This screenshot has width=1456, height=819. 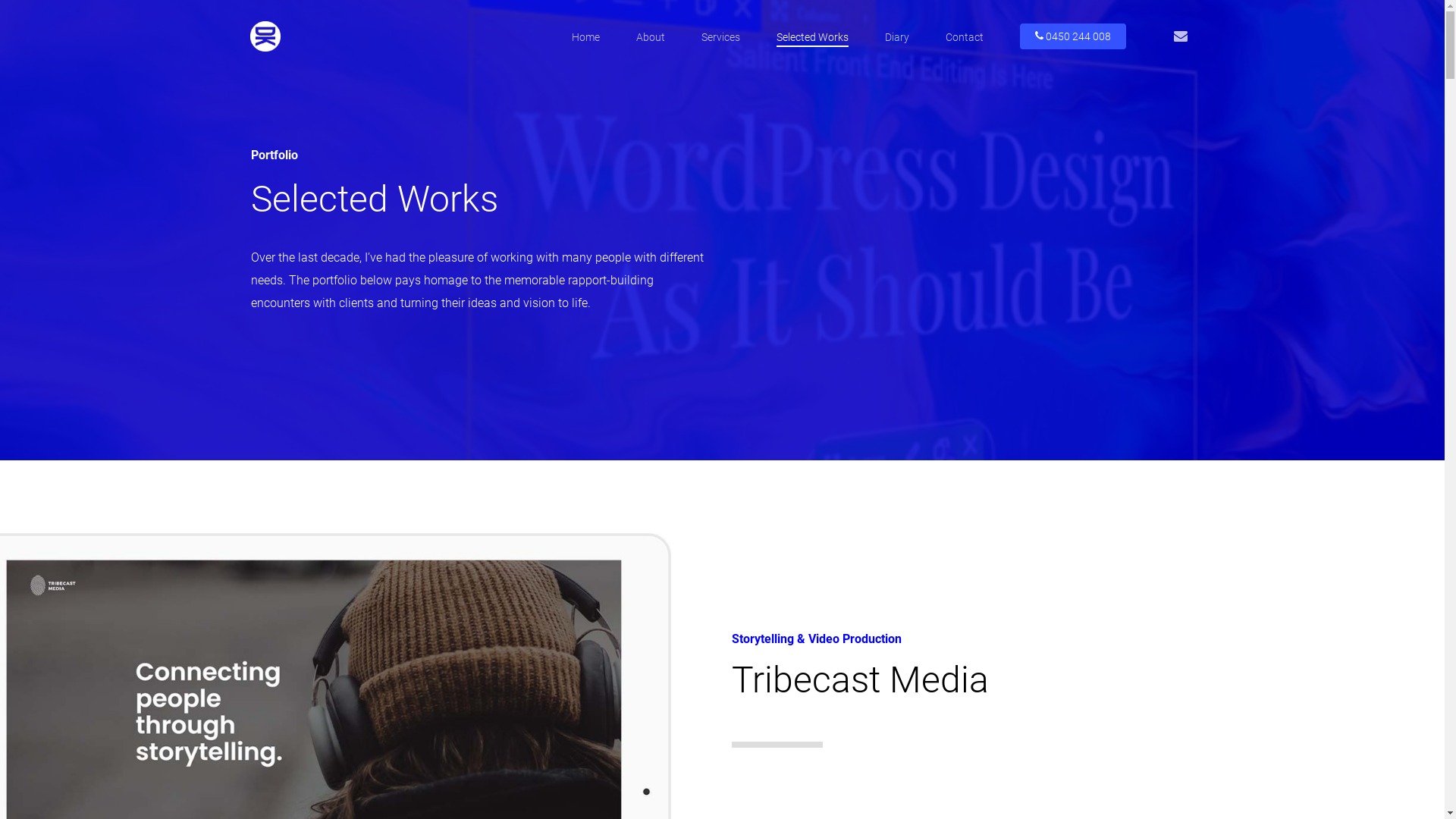 I want to click on 'Contact', so click(x=964, y=36).